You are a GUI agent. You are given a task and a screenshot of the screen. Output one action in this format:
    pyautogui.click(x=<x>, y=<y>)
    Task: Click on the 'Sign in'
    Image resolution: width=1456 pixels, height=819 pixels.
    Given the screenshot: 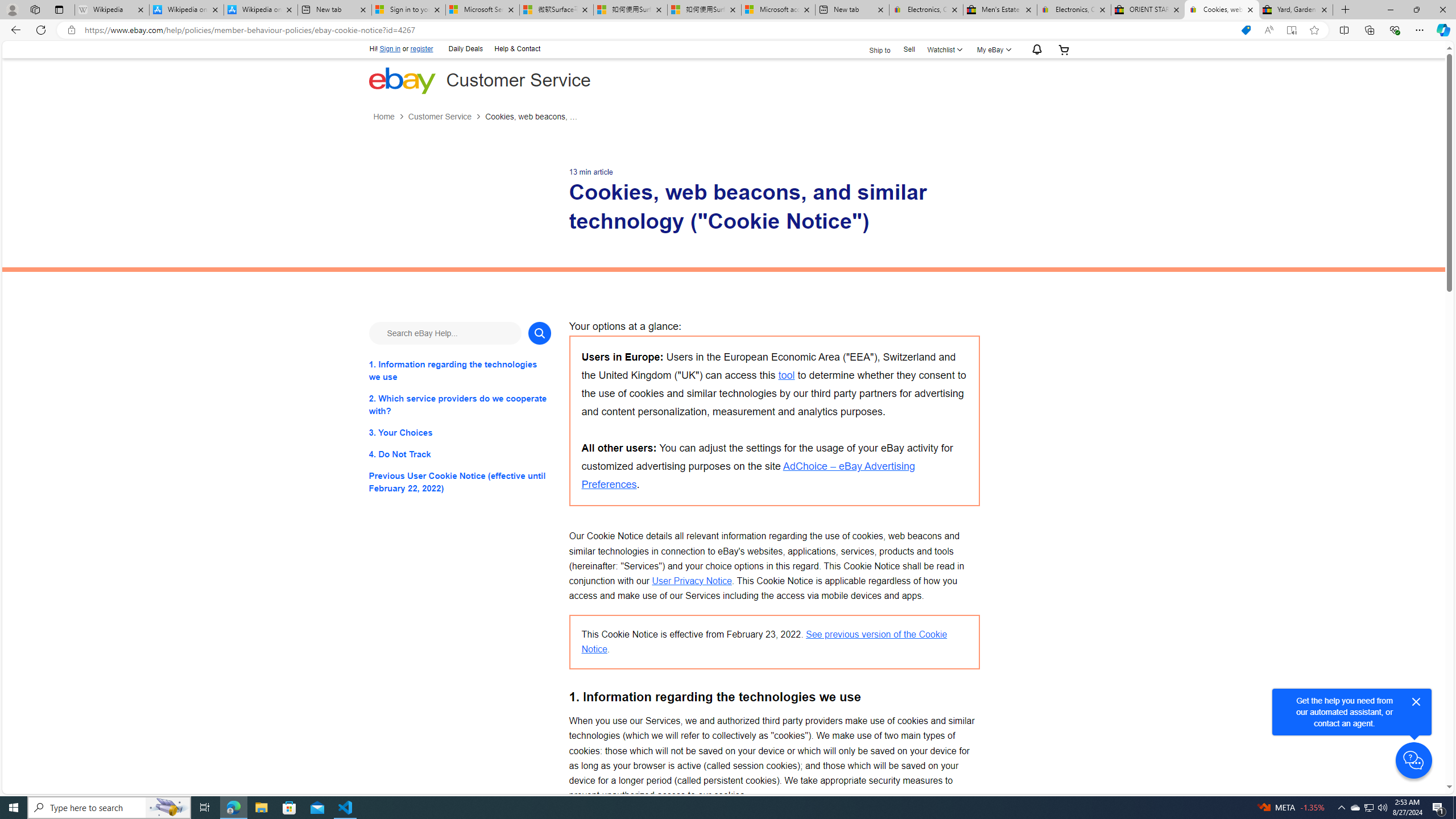 What is the action you would take?
    pyautogui.click(x=390, y=48)
    